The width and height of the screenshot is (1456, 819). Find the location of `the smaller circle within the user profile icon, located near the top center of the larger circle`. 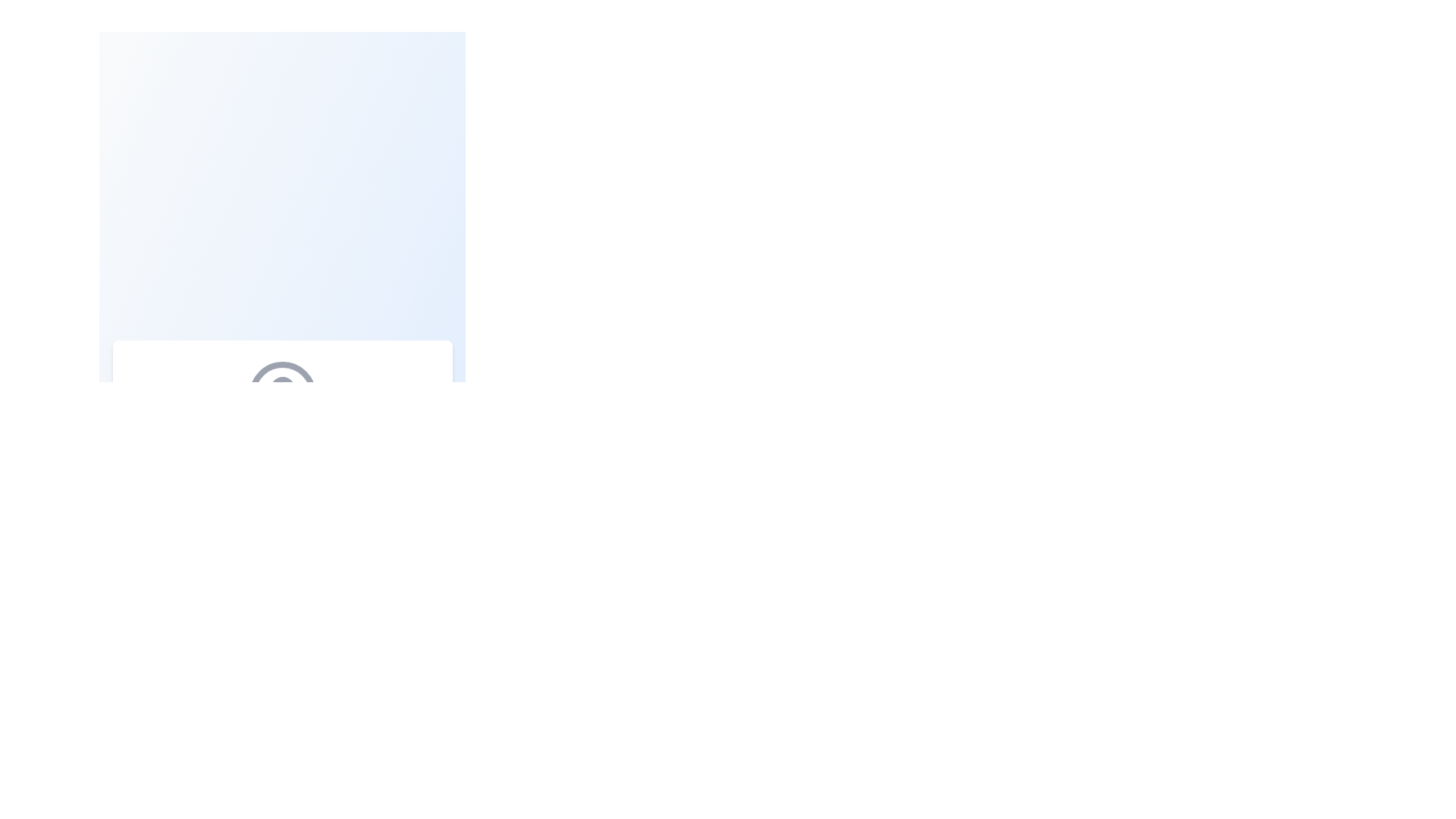

the smaller circle within the user profile icon, located near the top center of the larger circle is located at coordinates (282, 388).